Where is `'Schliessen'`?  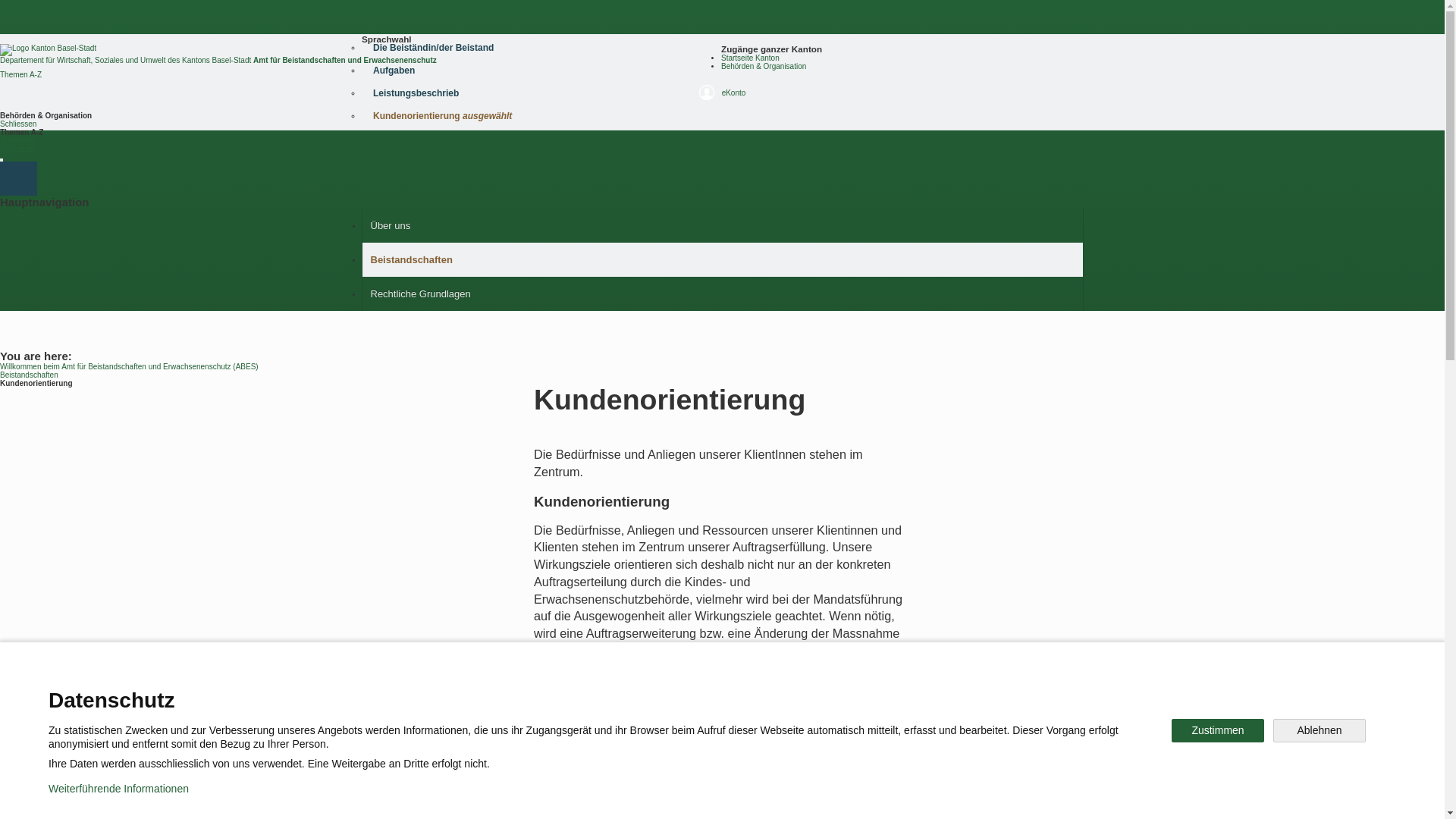 'Schliessen' is located at coordinates (0, 140).